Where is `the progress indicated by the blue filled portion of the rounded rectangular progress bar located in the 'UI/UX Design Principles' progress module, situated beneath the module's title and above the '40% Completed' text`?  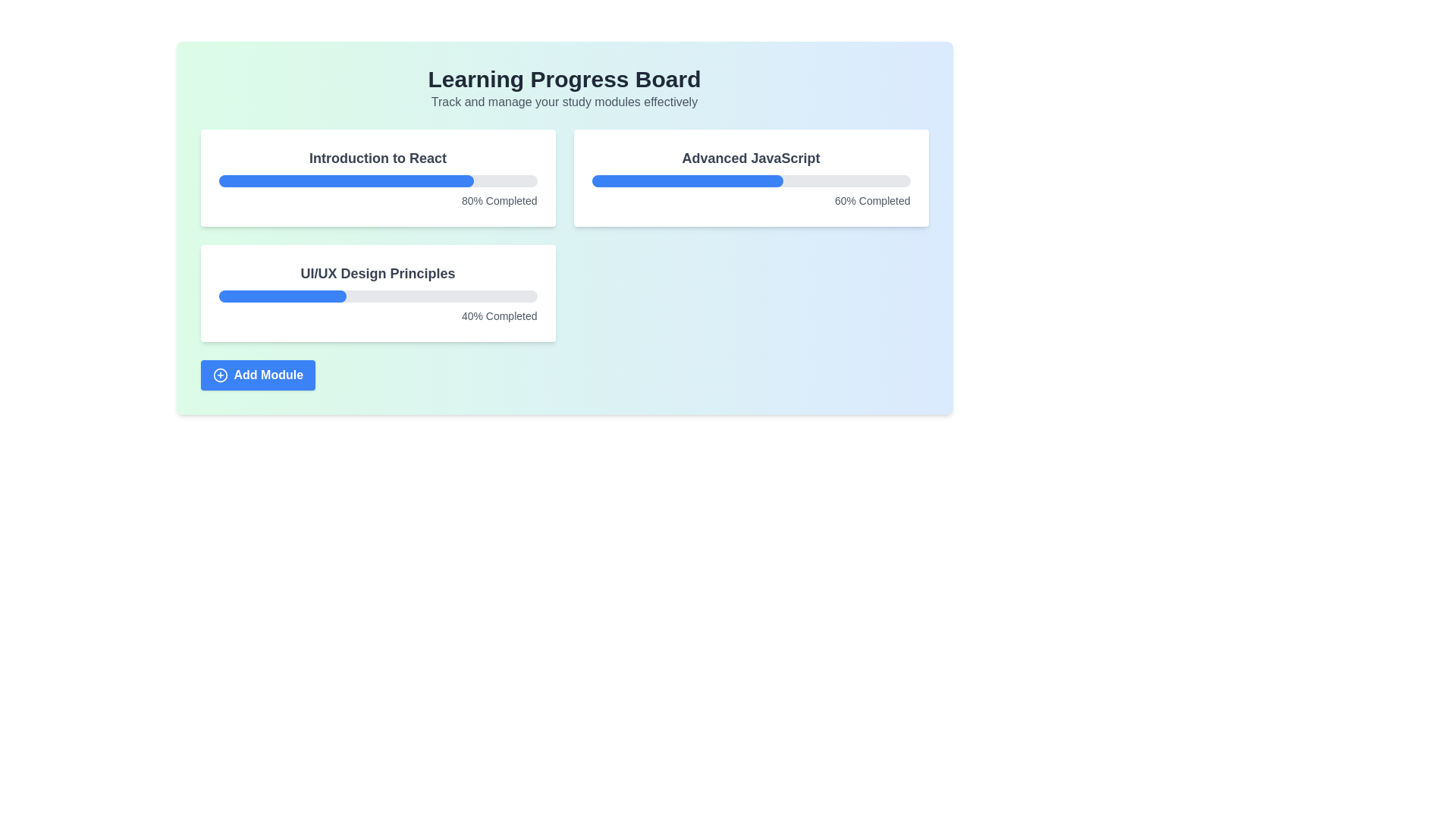 the progress indicated by the blue filled portion of the rounded rectangular progress bar located in the 'UI/UX Design Principles' progress module, situated beneath the module's title and above the '40% Completed' text is located at coordinates (378, 296).